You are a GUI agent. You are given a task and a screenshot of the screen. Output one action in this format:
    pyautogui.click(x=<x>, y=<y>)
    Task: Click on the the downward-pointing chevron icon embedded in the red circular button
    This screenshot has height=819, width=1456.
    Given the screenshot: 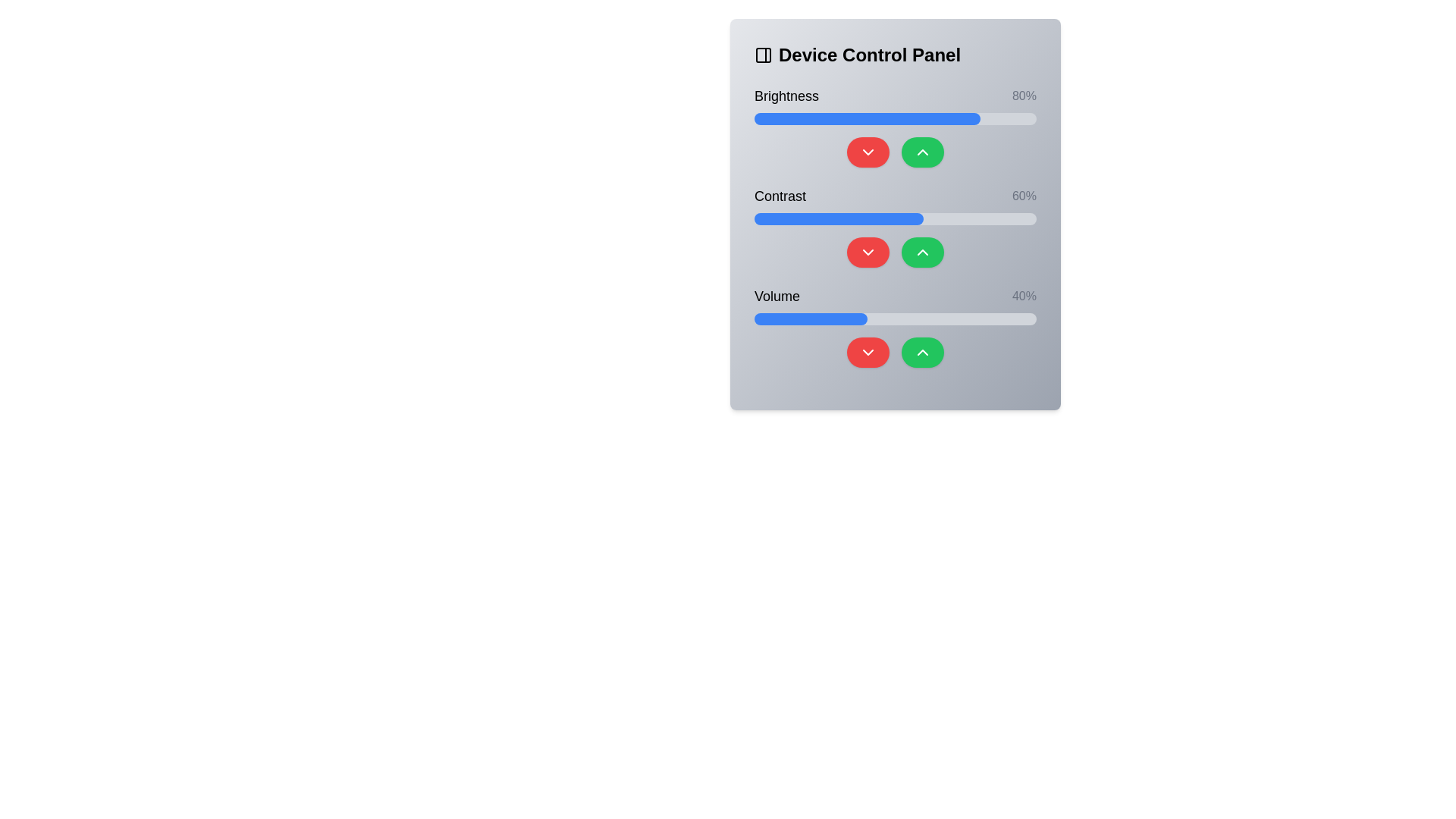 What is the action you would take?
    pyautogui.click(x=868, y=152)
    